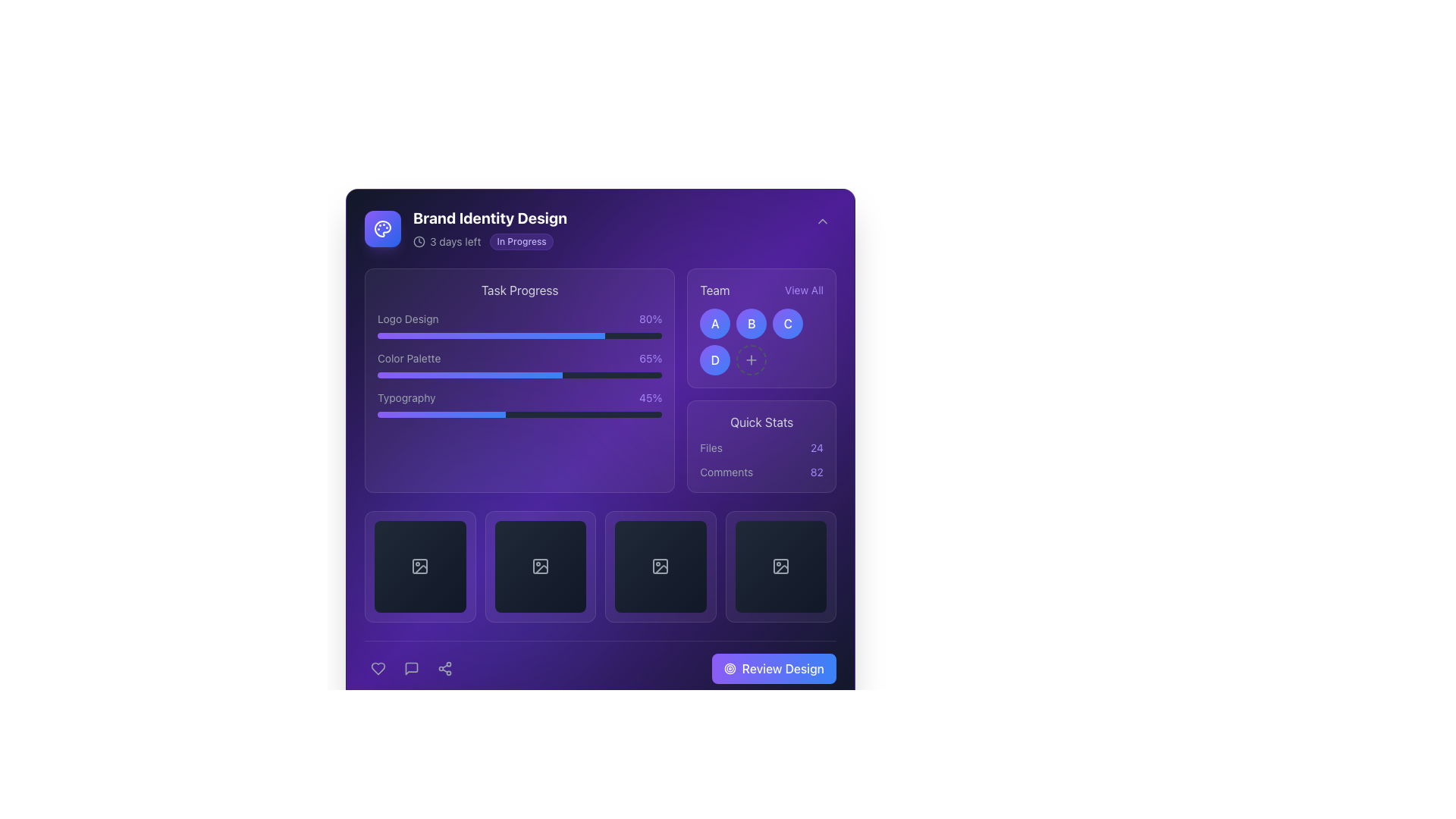 This screenshot has height=819, width=1456. What do you see at coordinates (711, 447) in the screenshot?
I see `the static text label 'Files' styled in gray, located in the 'Quick Stats' section, adjacent to the '24' statistic` at bounding box center [711, 447].